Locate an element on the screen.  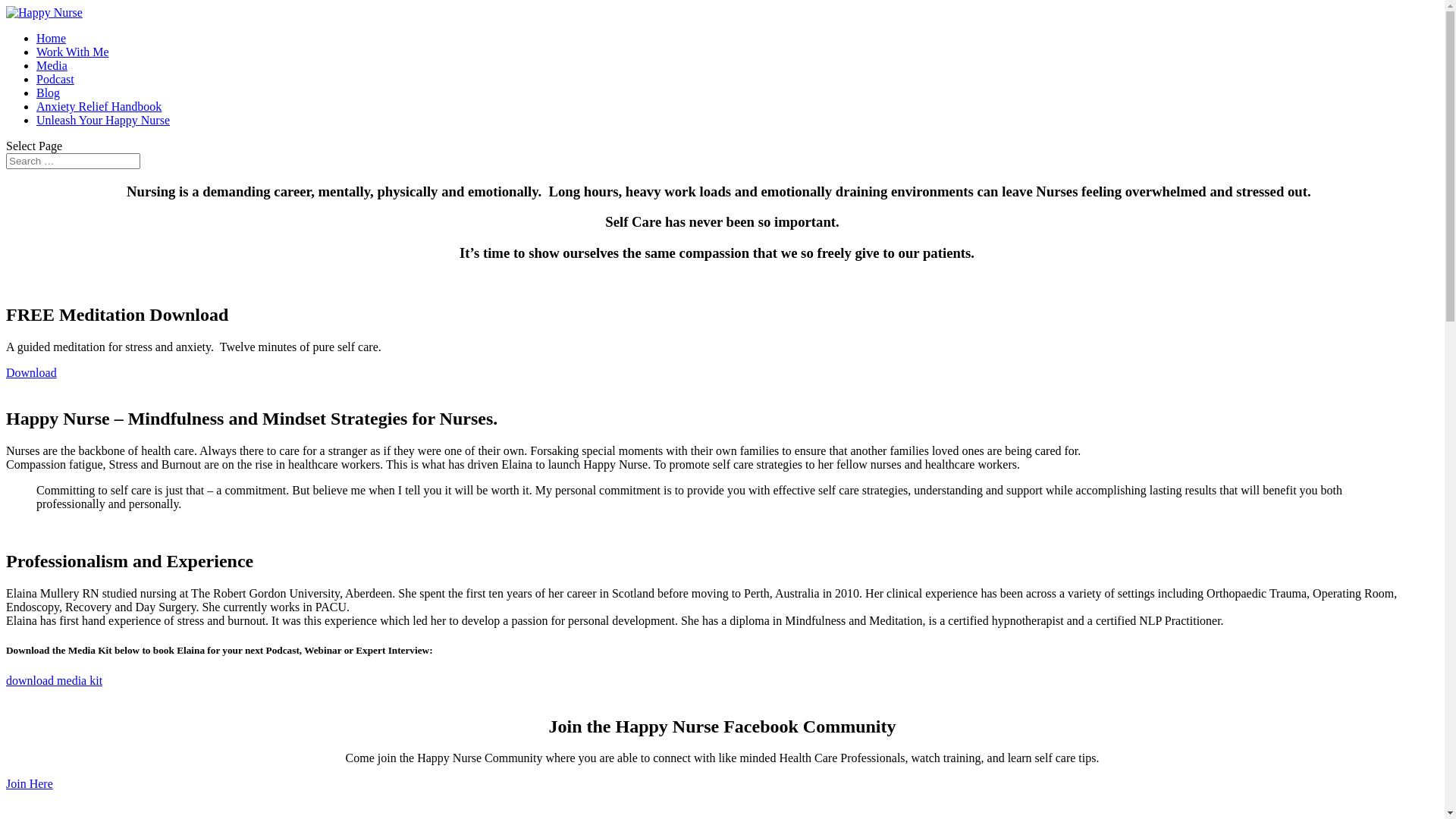
'Search for:' is located at coordinates (6, 161).